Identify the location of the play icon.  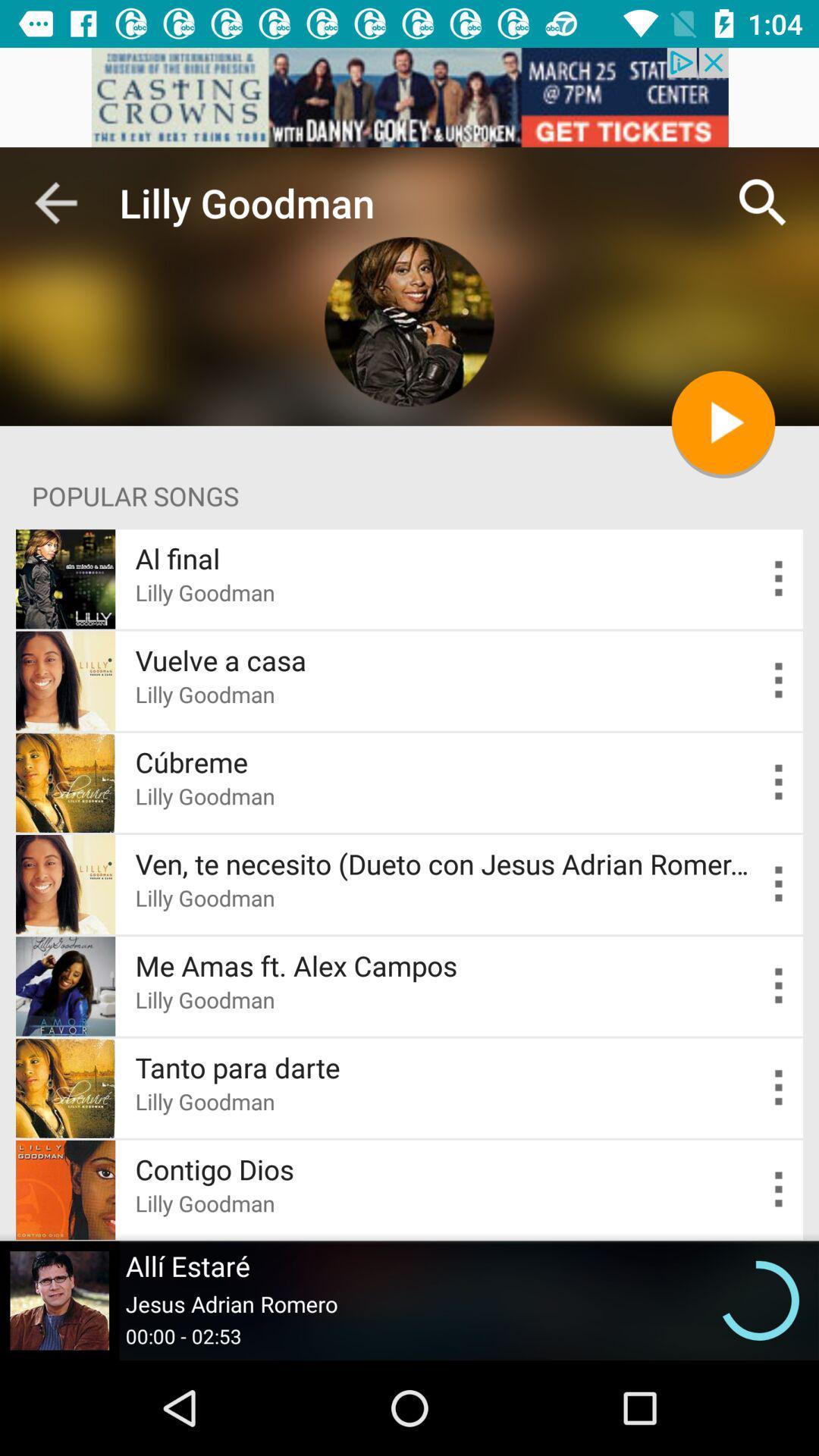
(722, 422).